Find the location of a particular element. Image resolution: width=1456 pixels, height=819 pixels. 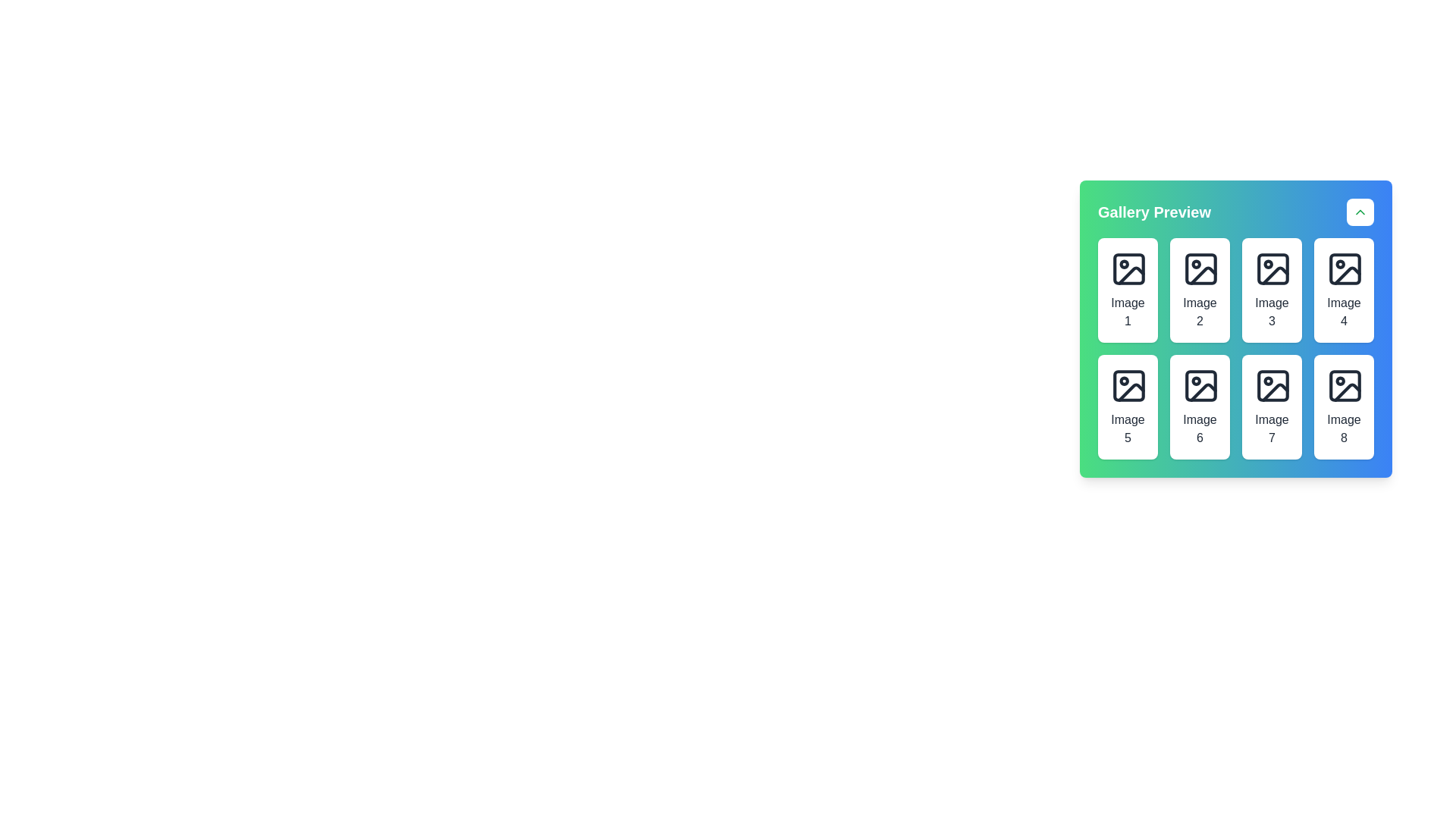

the rectangular graphical icon component located in the top-left corner of the image preview icon within the gallery preview section is located at coordinates (1128, 268).